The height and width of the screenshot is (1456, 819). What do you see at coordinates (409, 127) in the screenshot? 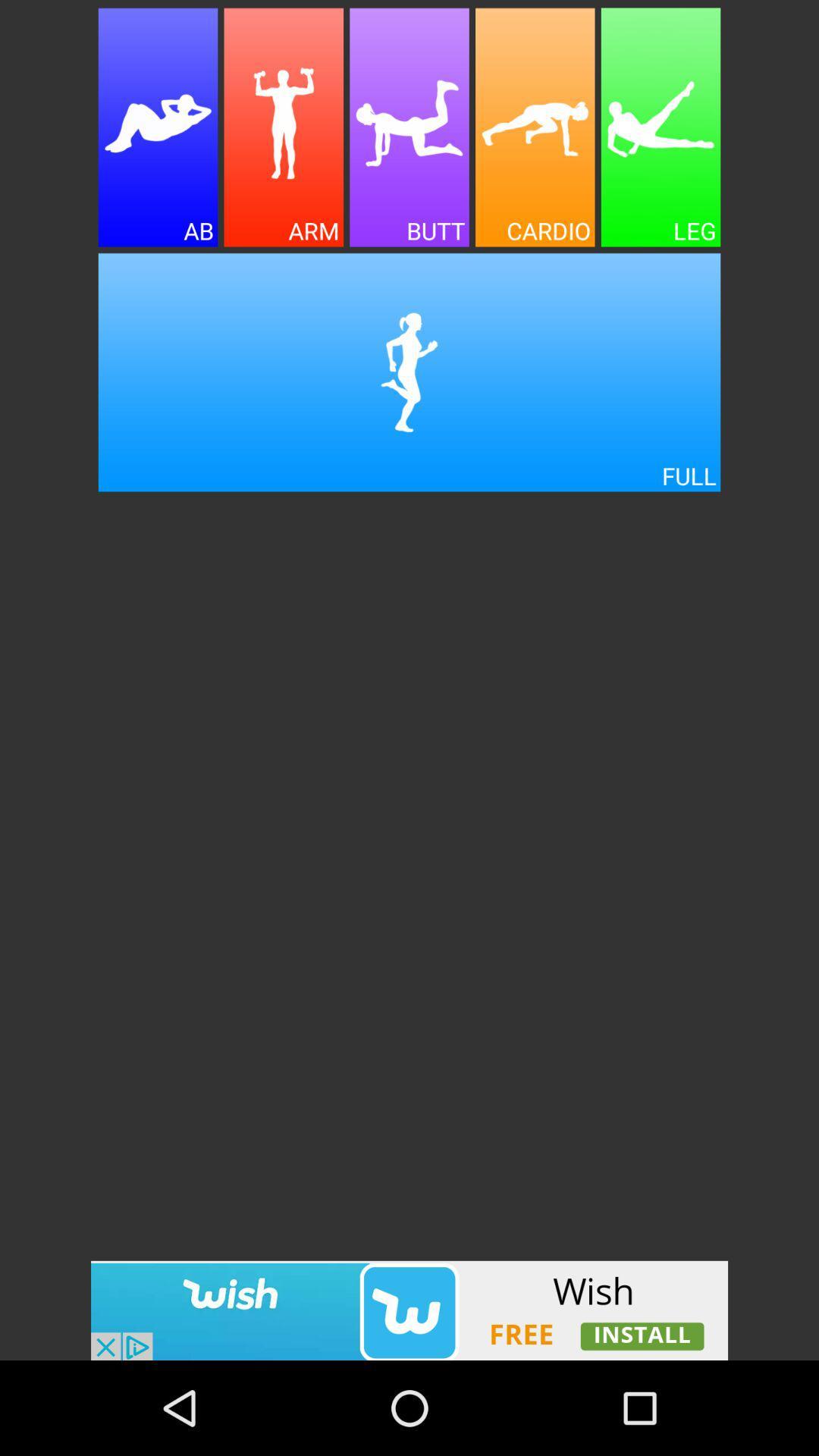
I see `open the butt exercise function` at bounding box center [409, 127].